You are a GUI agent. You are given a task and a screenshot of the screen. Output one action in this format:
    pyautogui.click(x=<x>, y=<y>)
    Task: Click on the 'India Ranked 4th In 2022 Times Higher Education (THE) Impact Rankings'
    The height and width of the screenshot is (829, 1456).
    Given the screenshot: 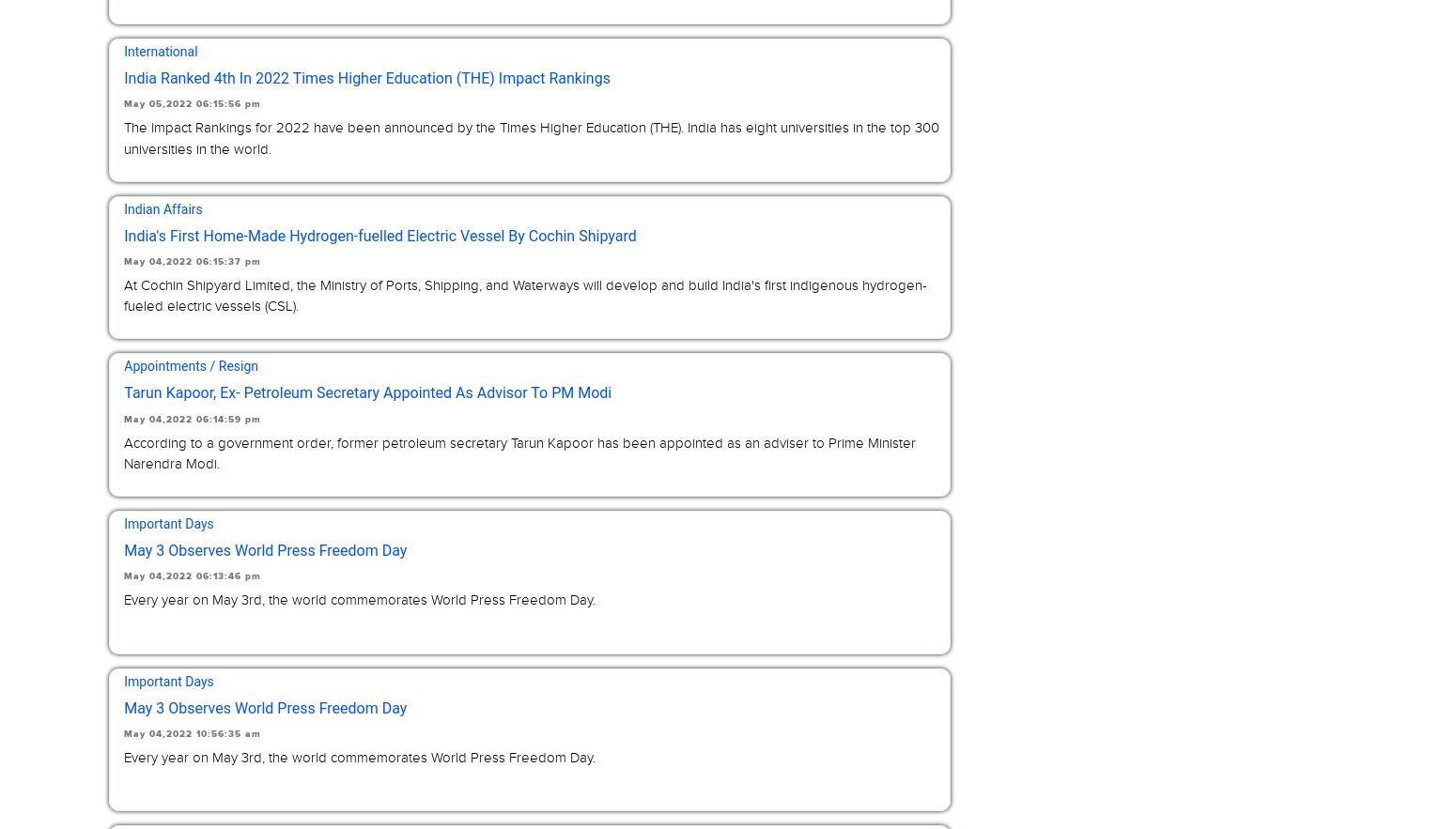 What is the action you would take?
    pyautogui.click(x=366, y=77)
    